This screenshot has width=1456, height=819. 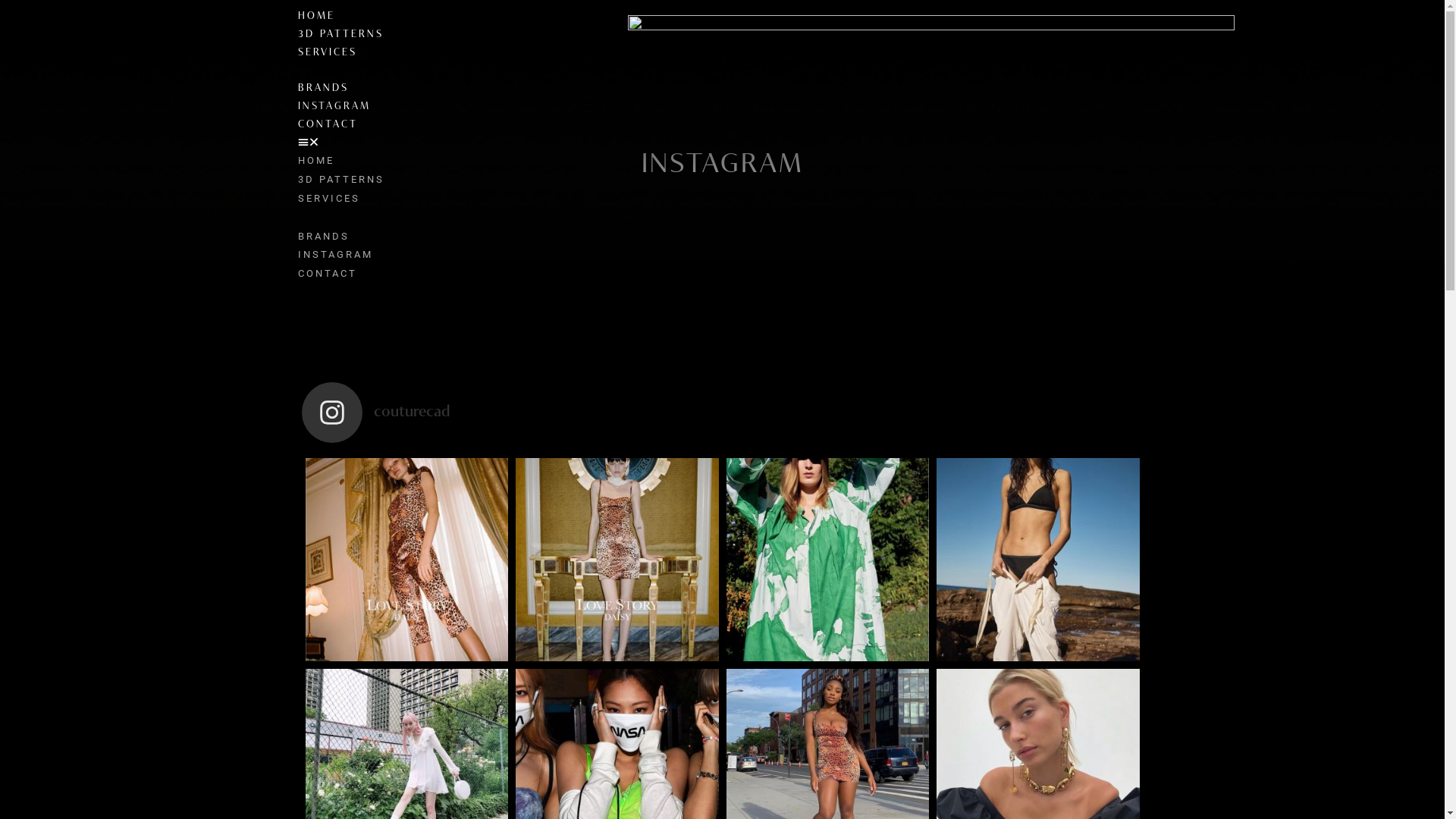 I want to click on 'SERVICES', so click(x=327, y=197).